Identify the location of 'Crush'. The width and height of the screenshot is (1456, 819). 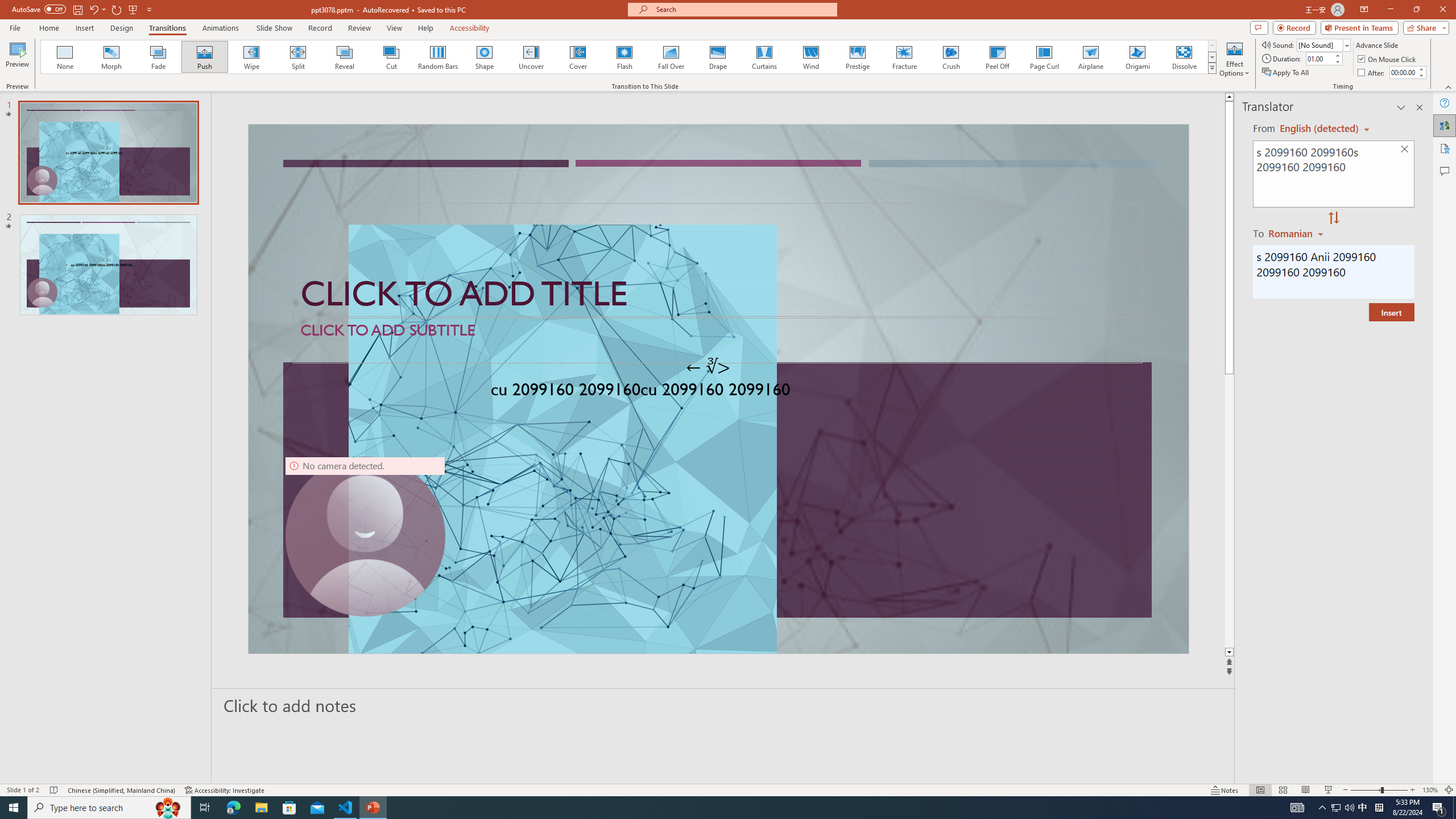
(950, 56).